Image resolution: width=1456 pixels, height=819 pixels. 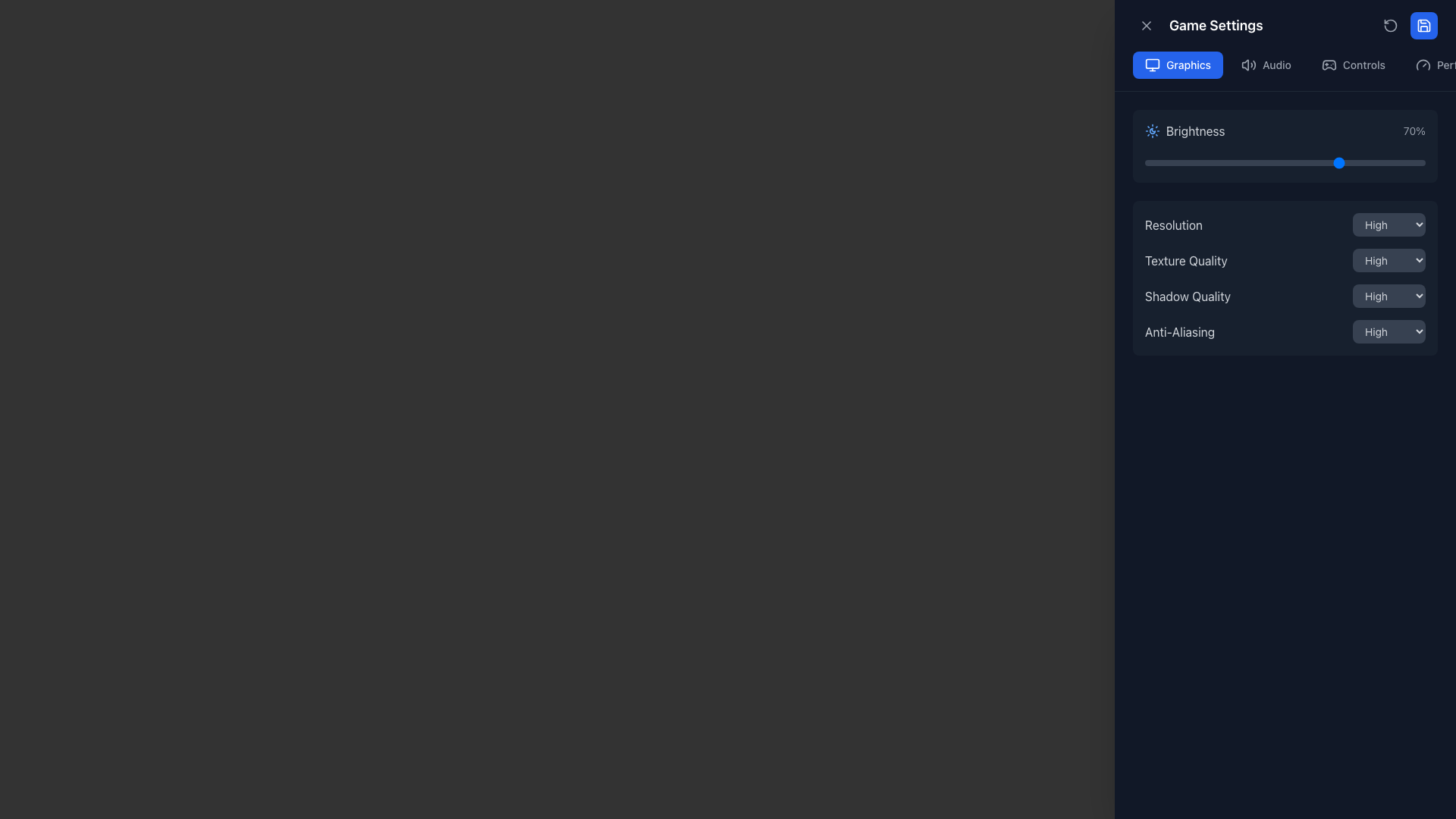 What do you see at coordinates (1248, 64) in the screenshot?
I see `the 'Audio' icon in the settings menu, which is located next to the text label 'Audio' in the navigation bar` at bounding box center [1248, 64].